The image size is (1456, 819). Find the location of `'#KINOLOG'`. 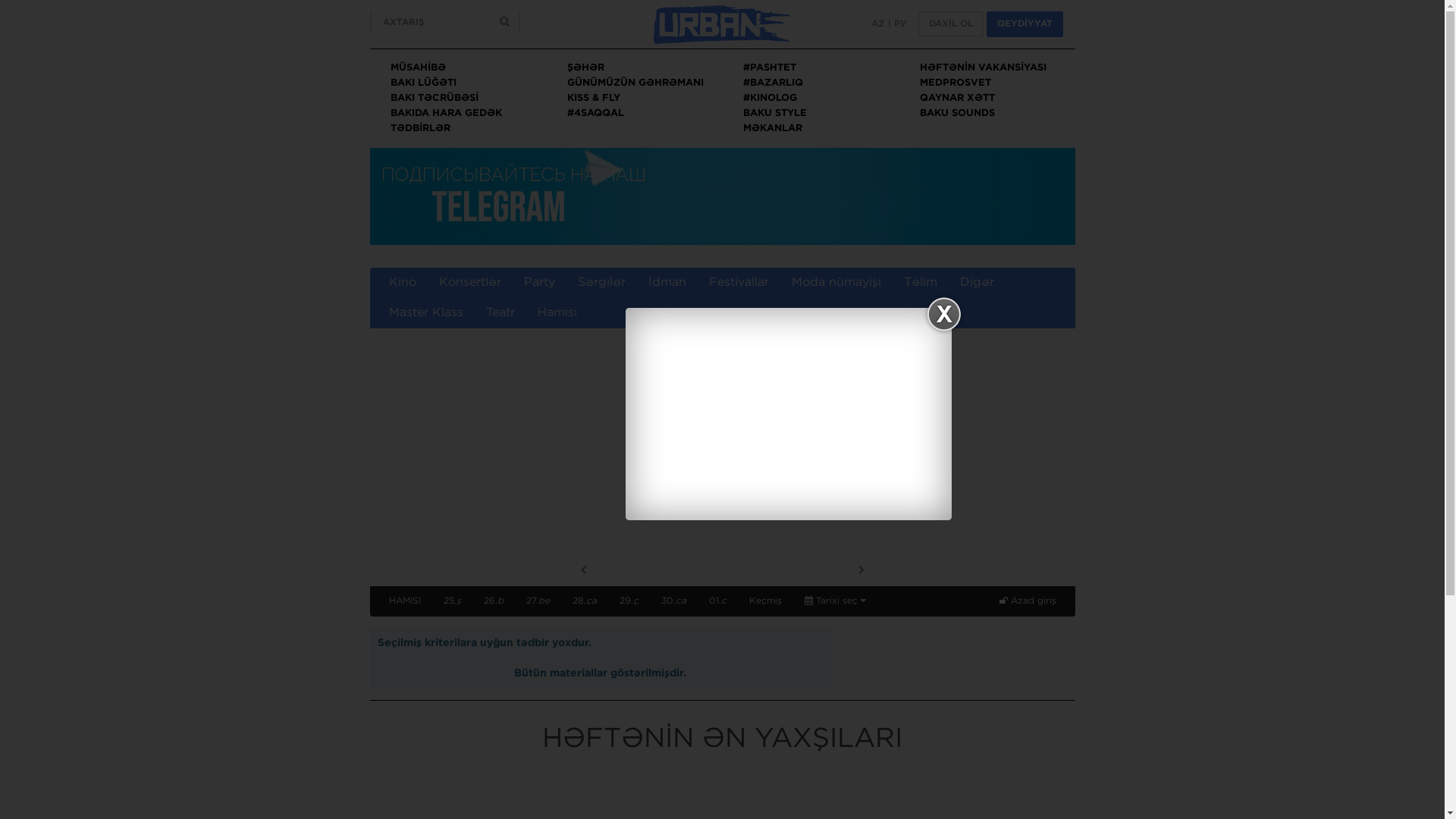

'#KINOLOG' is located at coordinates (770, 98).